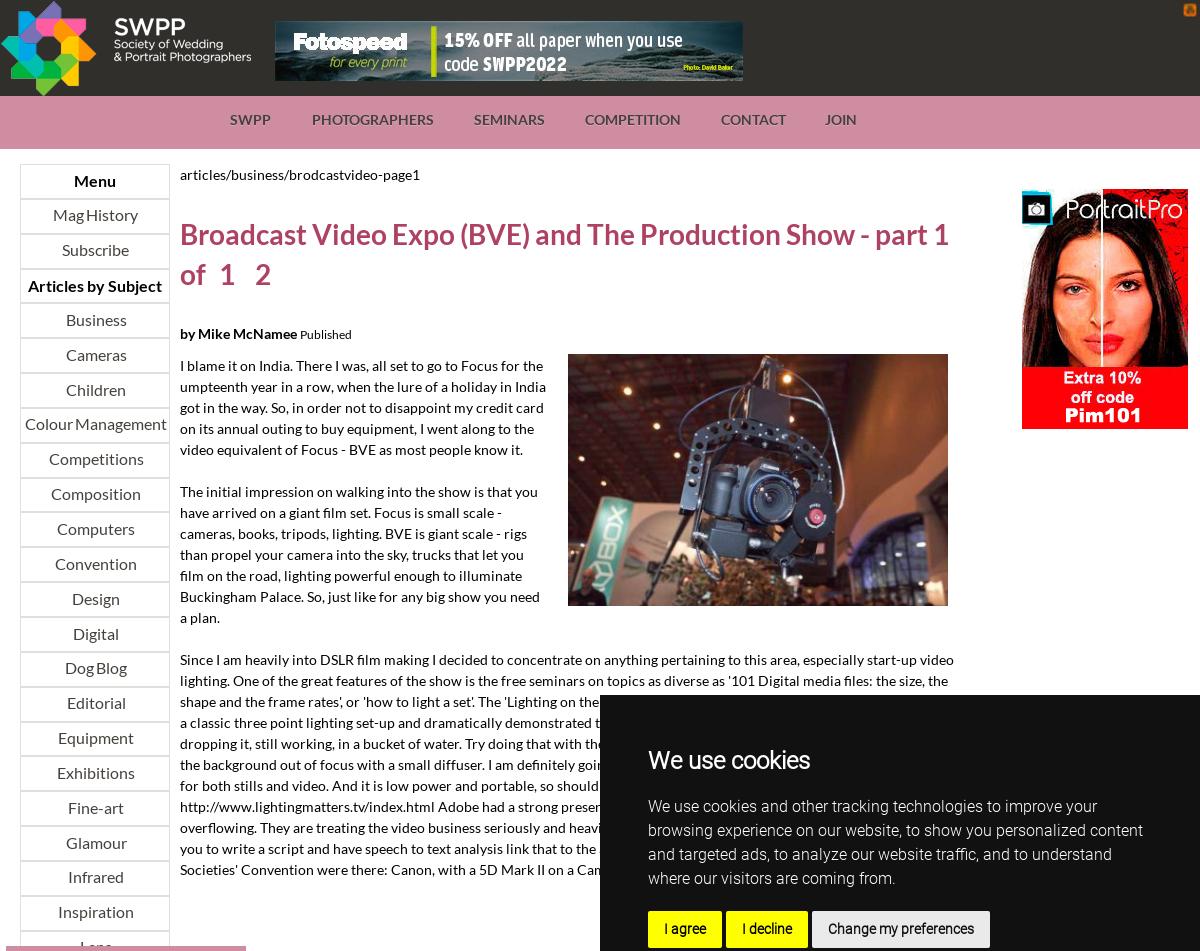 Image resolution: width=1200 pixels, height=951 pixels. Describe the element at coordinates (326, 333) in the screenshot. I see `'Published'` at that location.